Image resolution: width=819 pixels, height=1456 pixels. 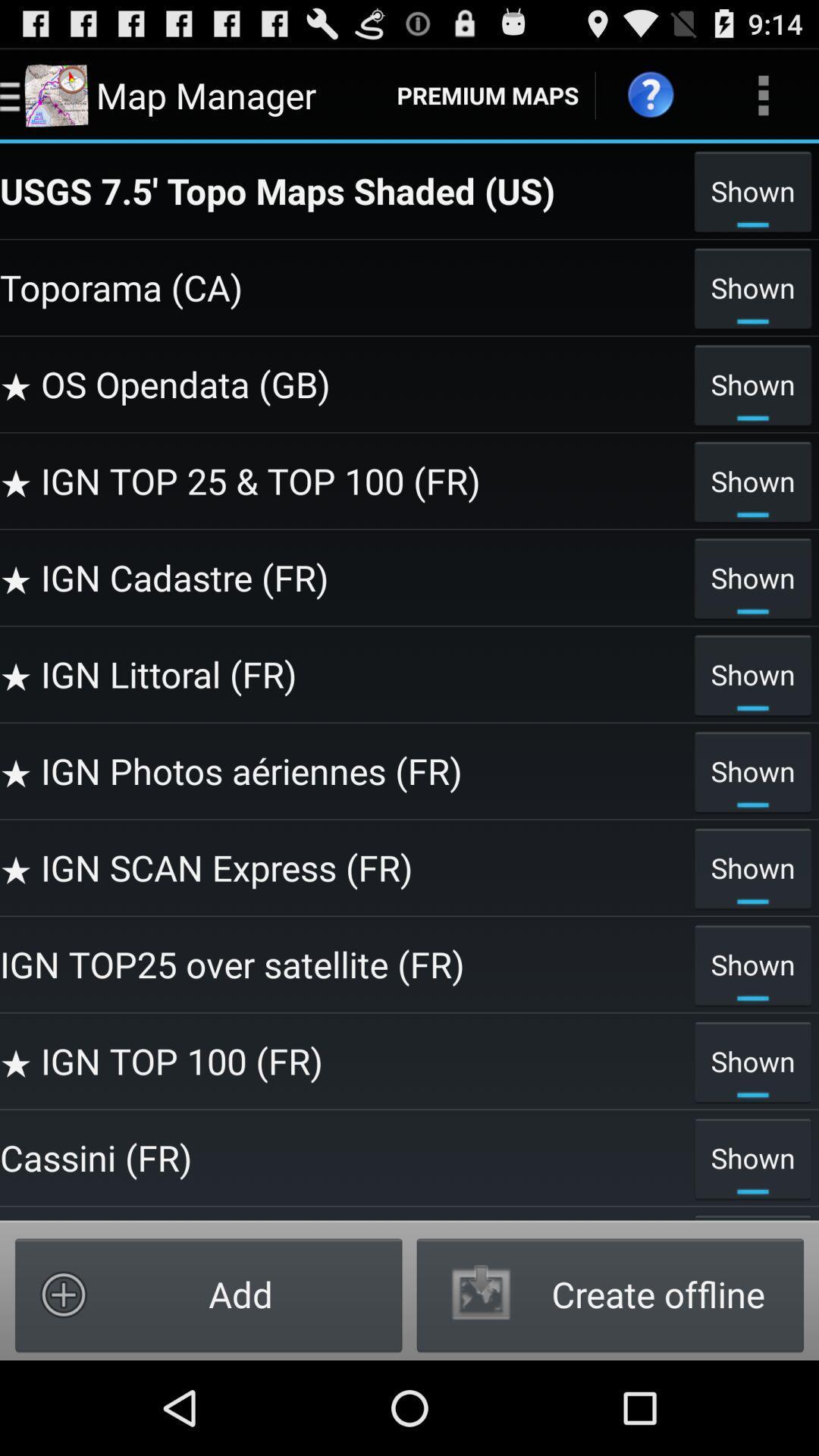 What do you see at coordinates (609, 1294) in the screenshot?
I see `the icon below shown` at bounding box center [609, 1294].